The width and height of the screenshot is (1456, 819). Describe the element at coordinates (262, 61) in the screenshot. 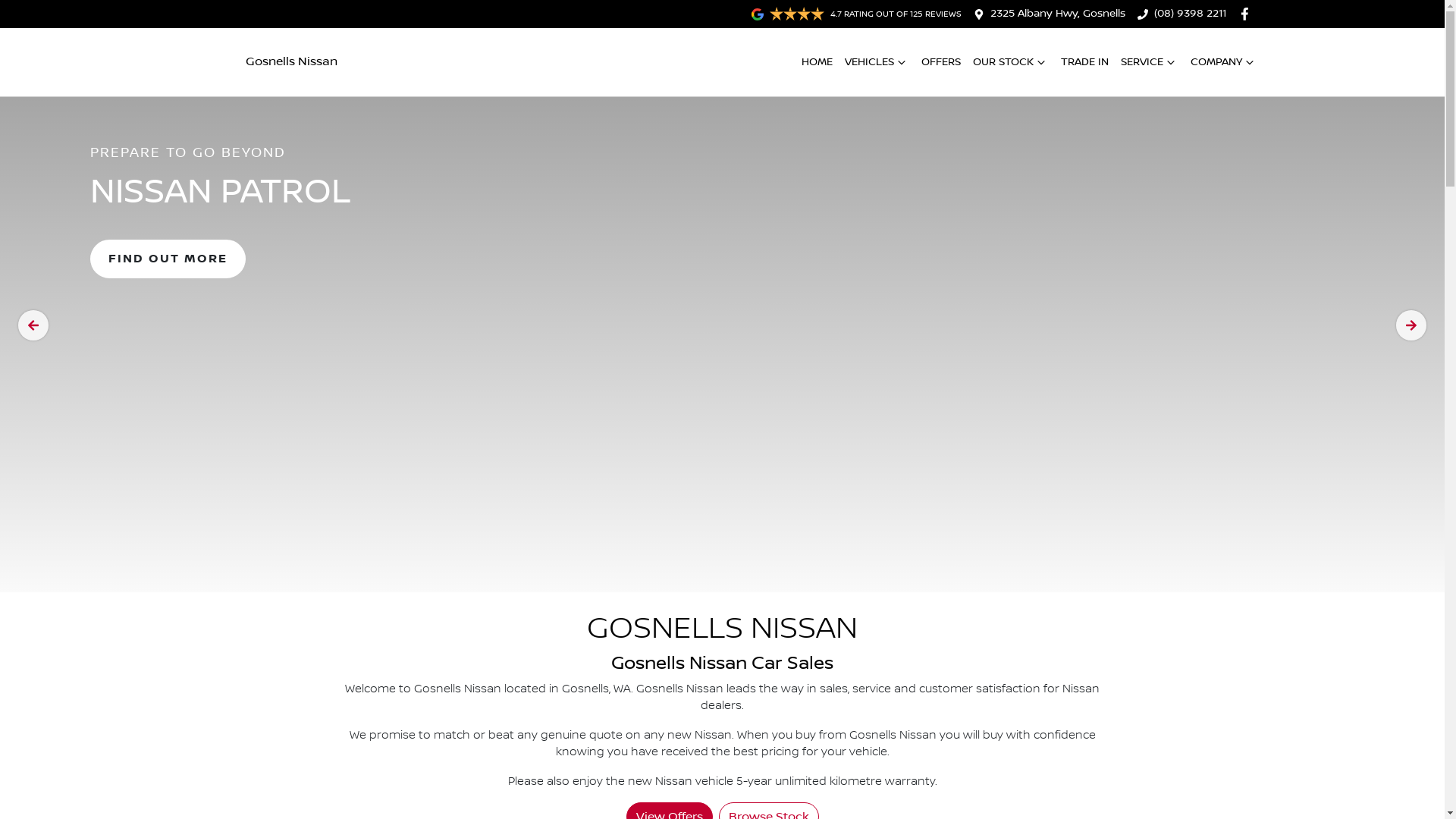

I see `'Gosnells Nissan'` at that location.